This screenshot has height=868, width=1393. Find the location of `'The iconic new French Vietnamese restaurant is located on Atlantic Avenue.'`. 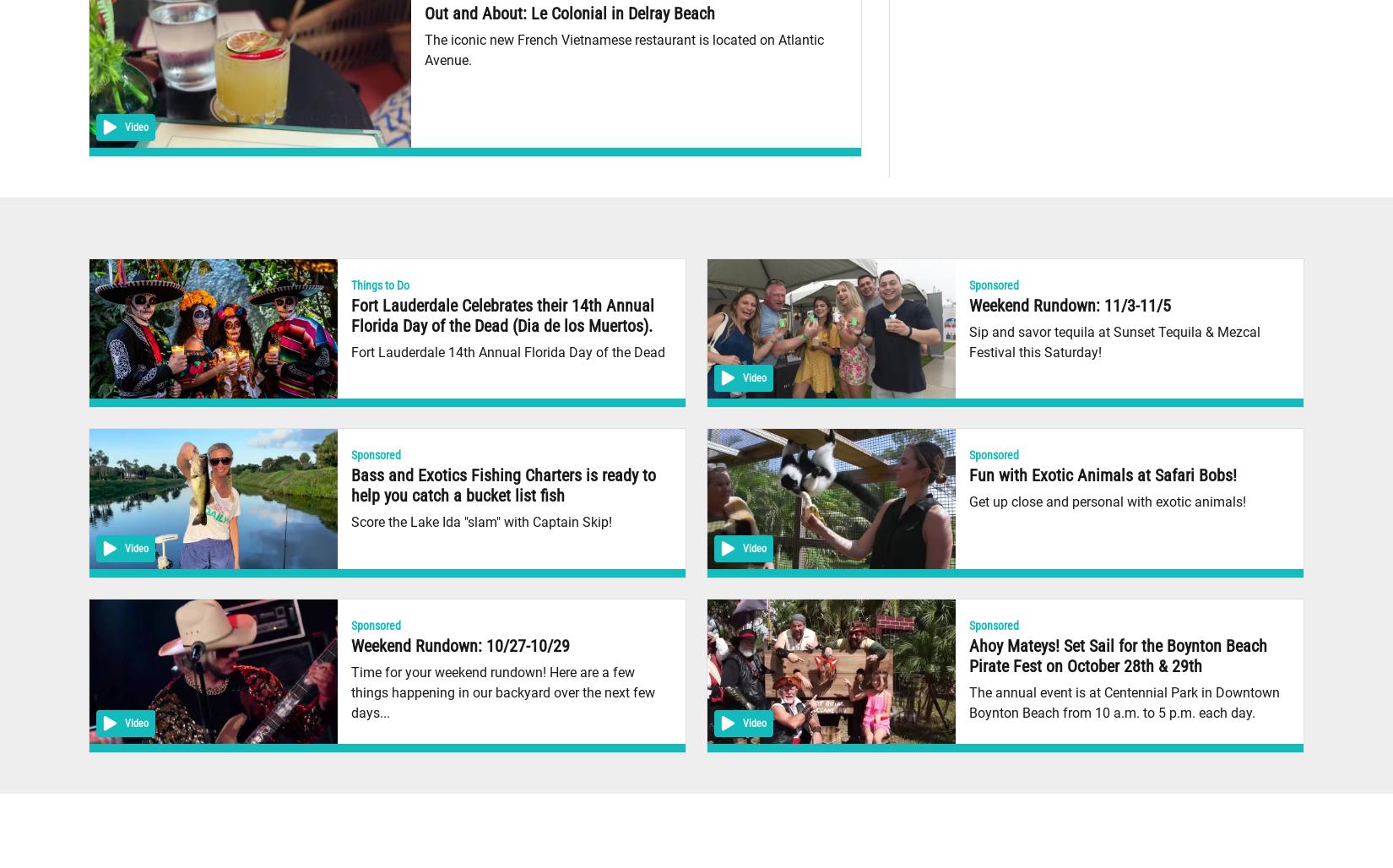

'The iconic new French Vietnamese restaurant is located on Atlantic Avenue.' is located at coordinates (622, 49).